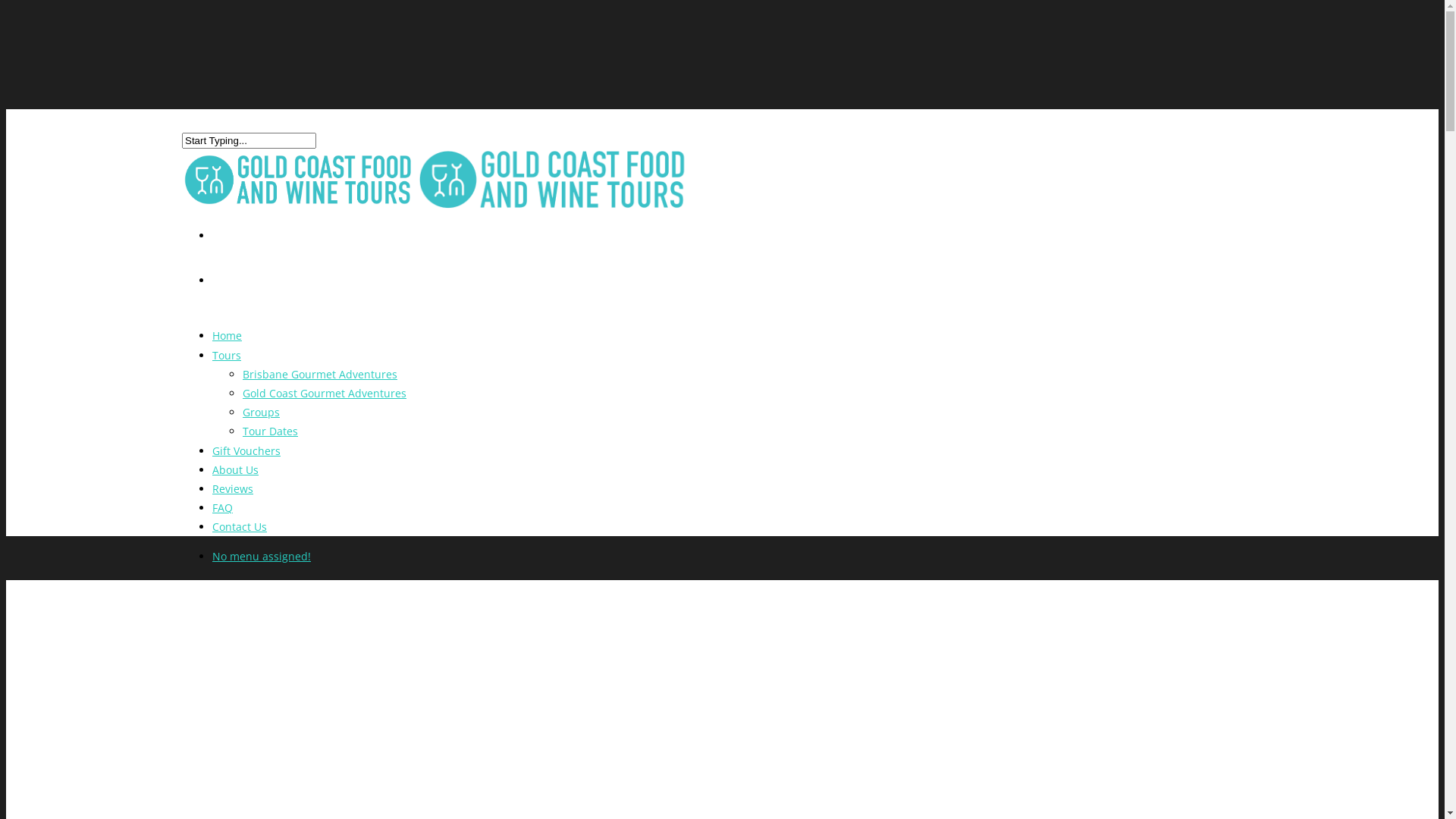 The image size is (1456, 819). I want to click on 'Gift Vouchers', so click(211, 460).